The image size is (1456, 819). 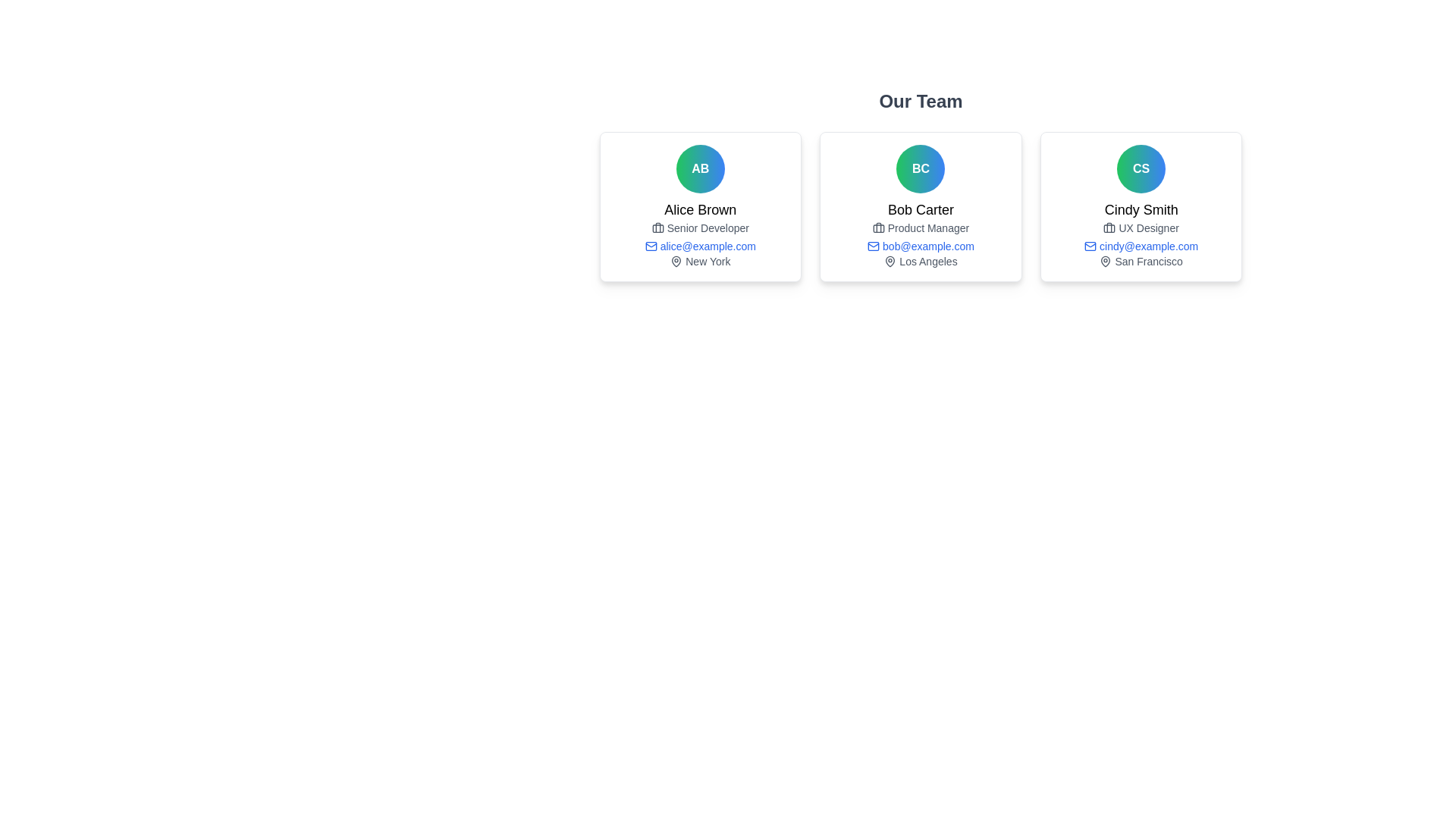 I want to click on the Avatar icon, which is a circular profile icon with a gradient background and the initials 'BC' in bold white text, positioned at the top center of Bob Carter's information card, so click(x=920, y=169).